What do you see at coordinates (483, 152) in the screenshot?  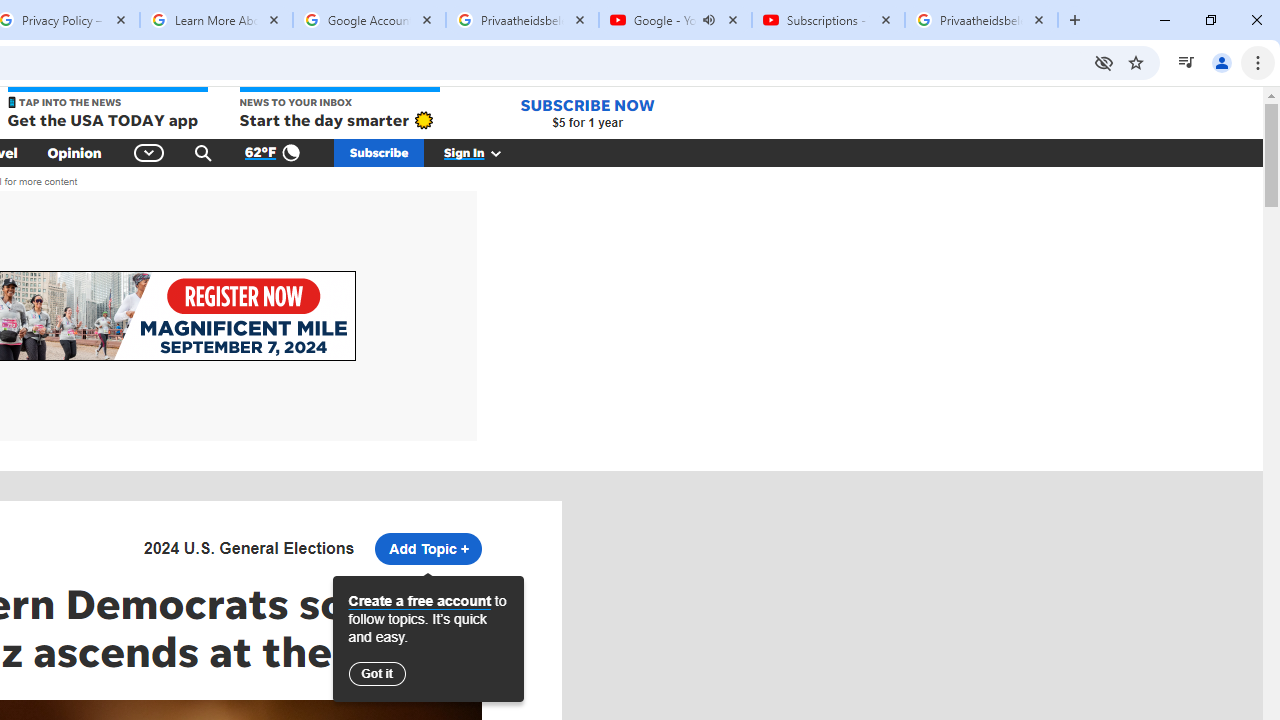 I see `'Sign In'` at bounding box center [483, 152].